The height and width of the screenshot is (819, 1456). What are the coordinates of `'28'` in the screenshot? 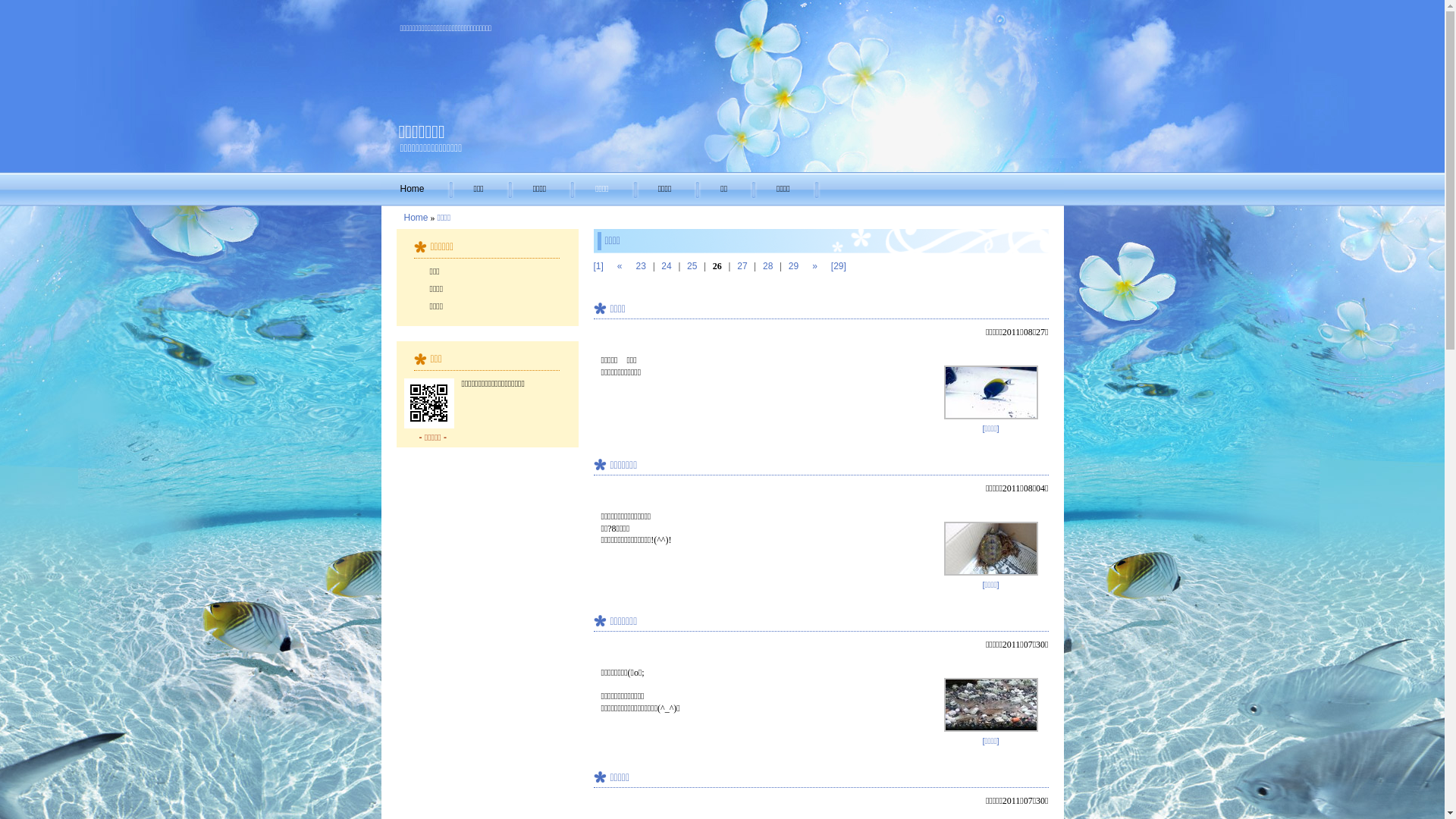 It's located at (767, 265).